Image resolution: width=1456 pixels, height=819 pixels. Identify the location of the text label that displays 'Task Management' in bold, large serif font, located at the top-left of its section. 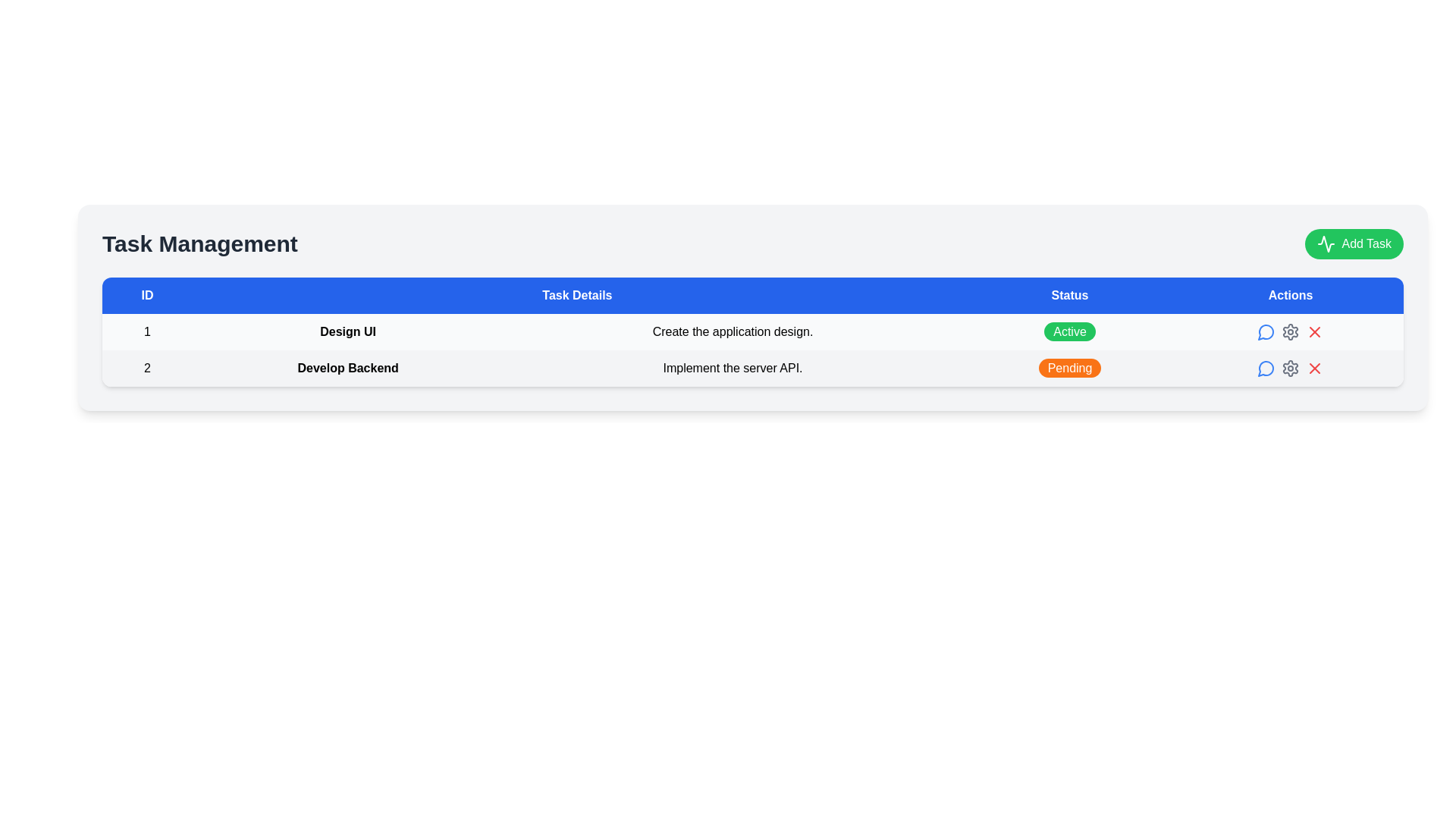
(199, 243).